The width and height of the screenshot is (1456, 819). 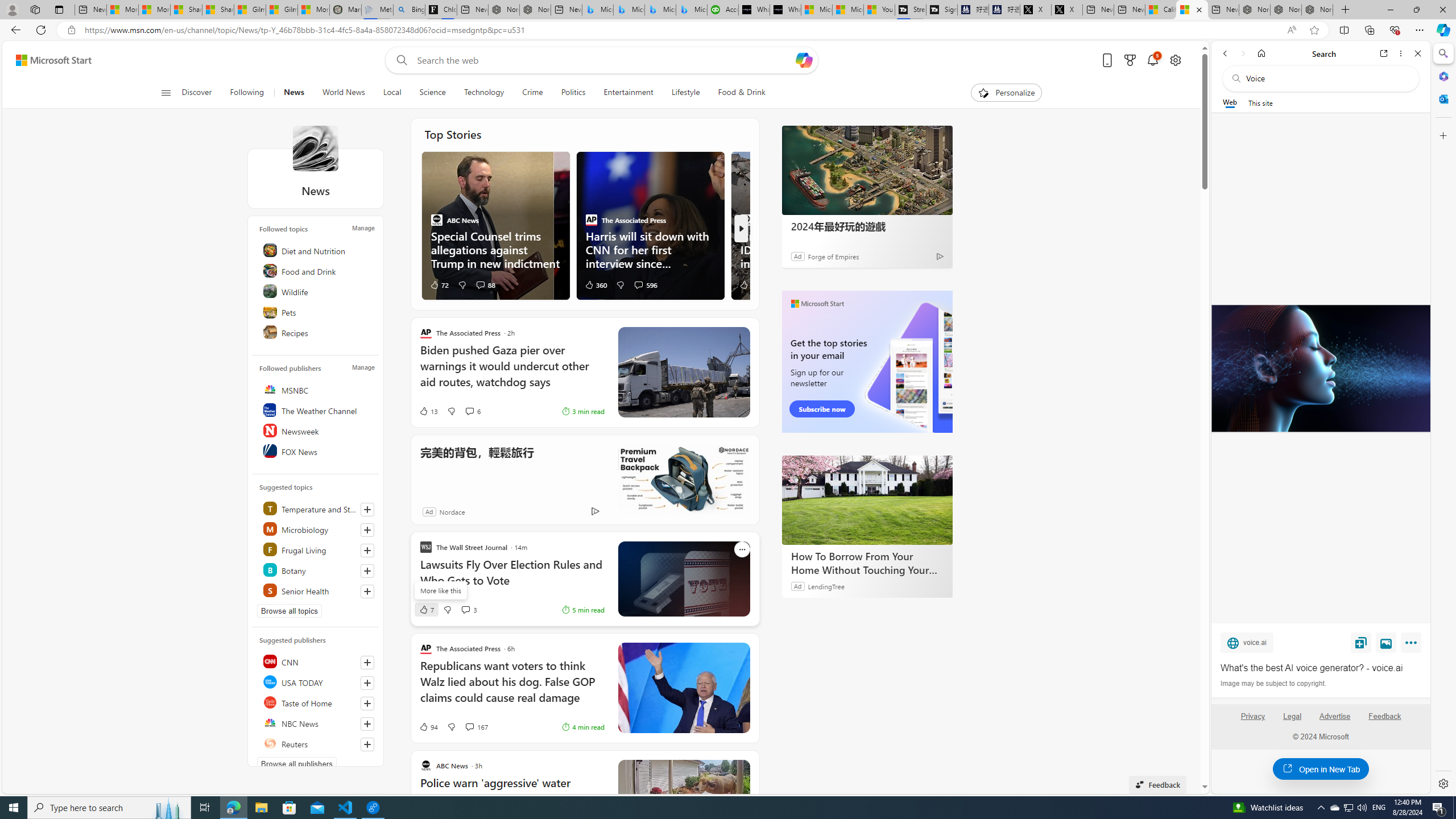 I want to click on 'View image', so click(x=1386, y=642).